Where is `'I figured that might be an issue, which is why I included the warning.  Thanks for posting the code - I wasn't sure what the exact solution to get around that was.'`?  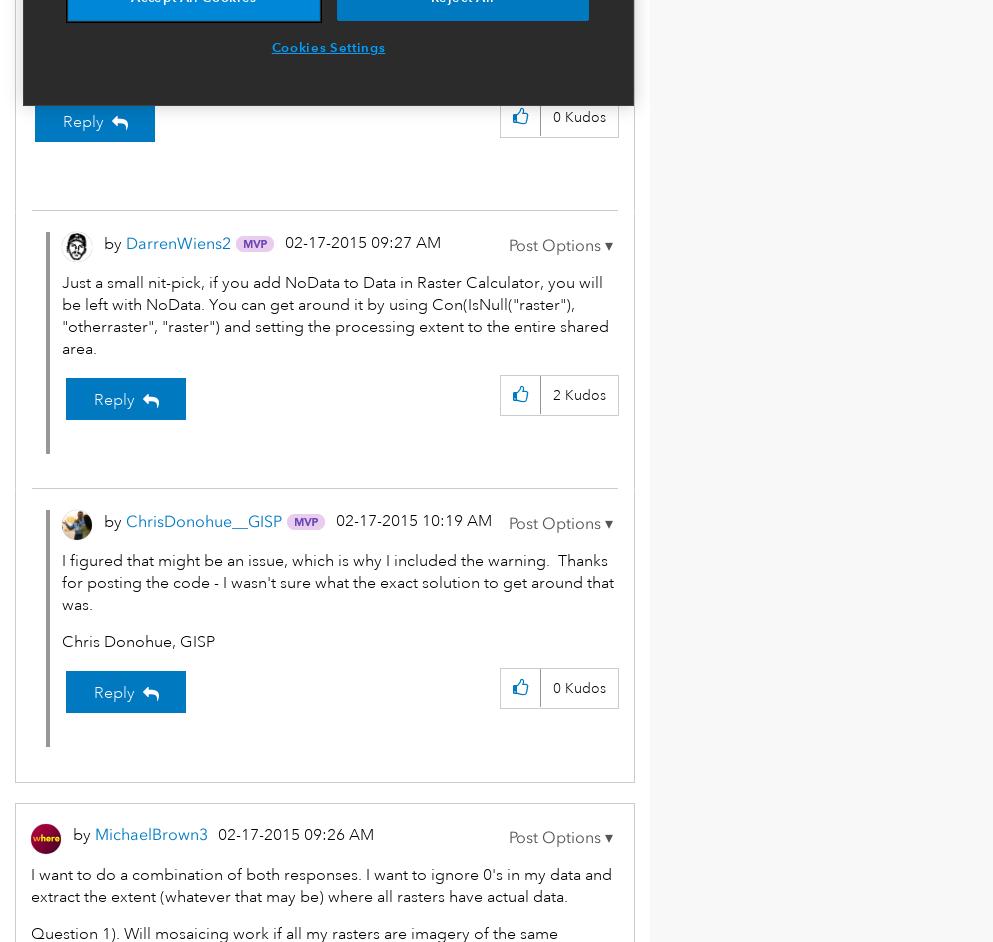 'I figured that might be an issue, which is why I included the warning.  Thanks for posting the code - I wasn't sure what the exact solution to get around that was.' is located at coordinates (337, 583).